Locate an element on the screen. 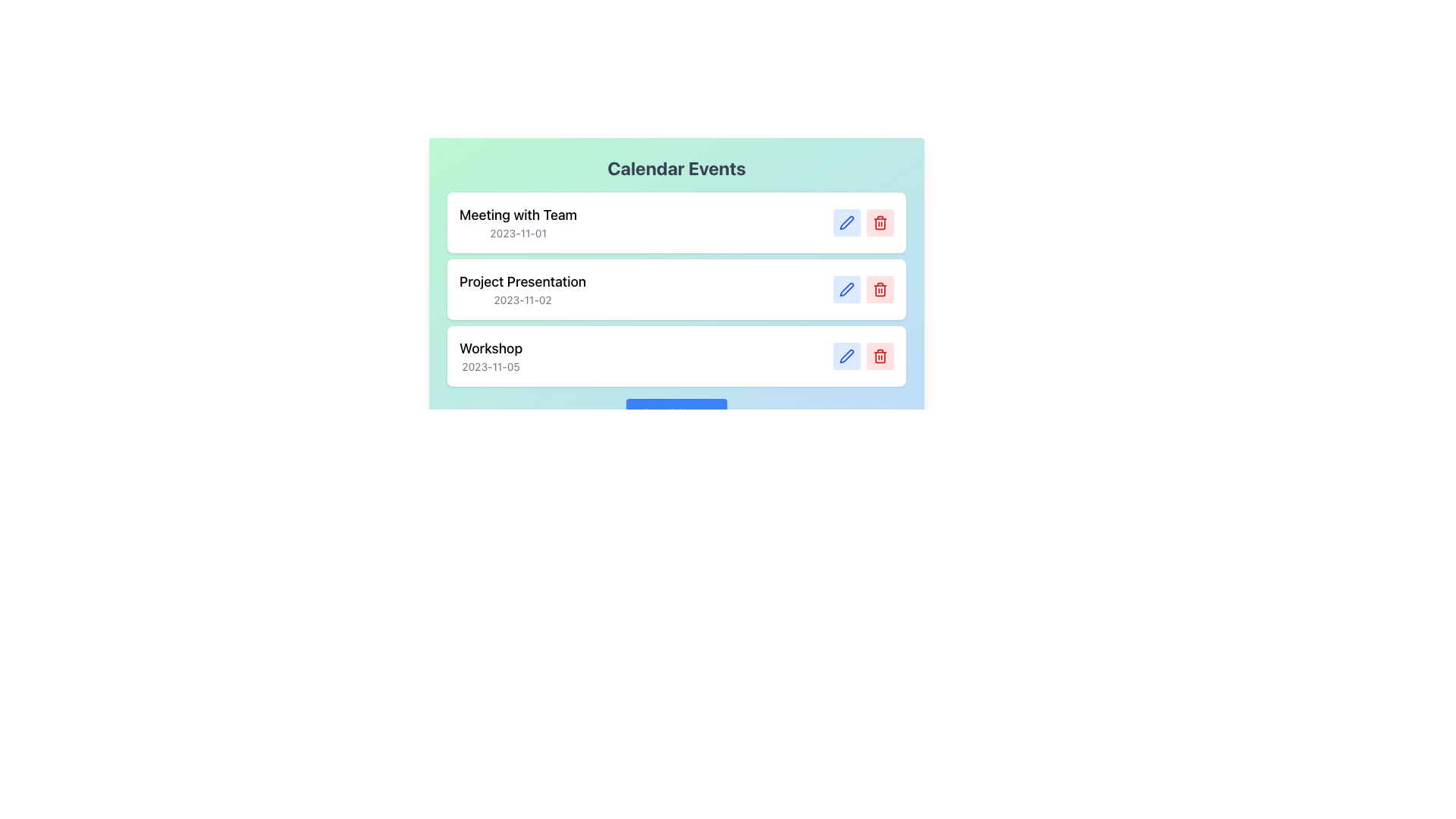 The image size is (1456, 819). the rectangular button with a blue background and white text that reads 'Add Event' to observe styling changes is located at coordinates (676, 414).